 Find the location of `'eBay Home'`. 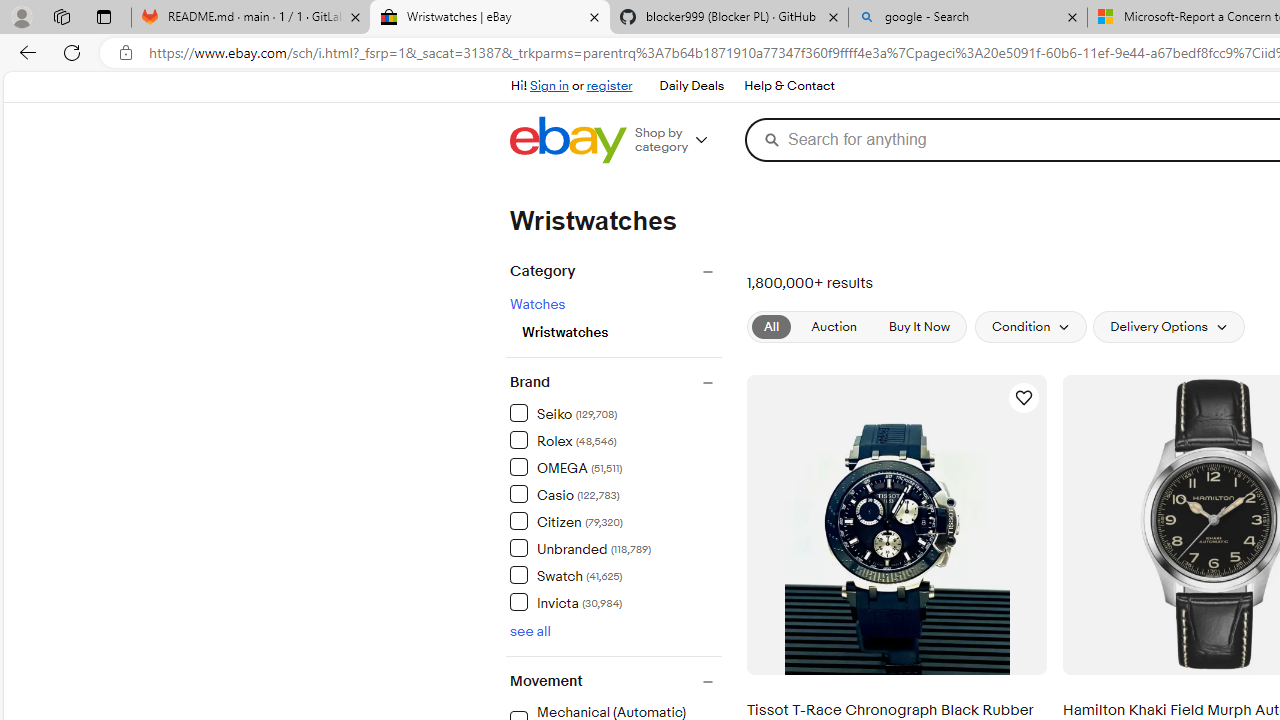

'eBay Home' is located at coordinates (567, 139).